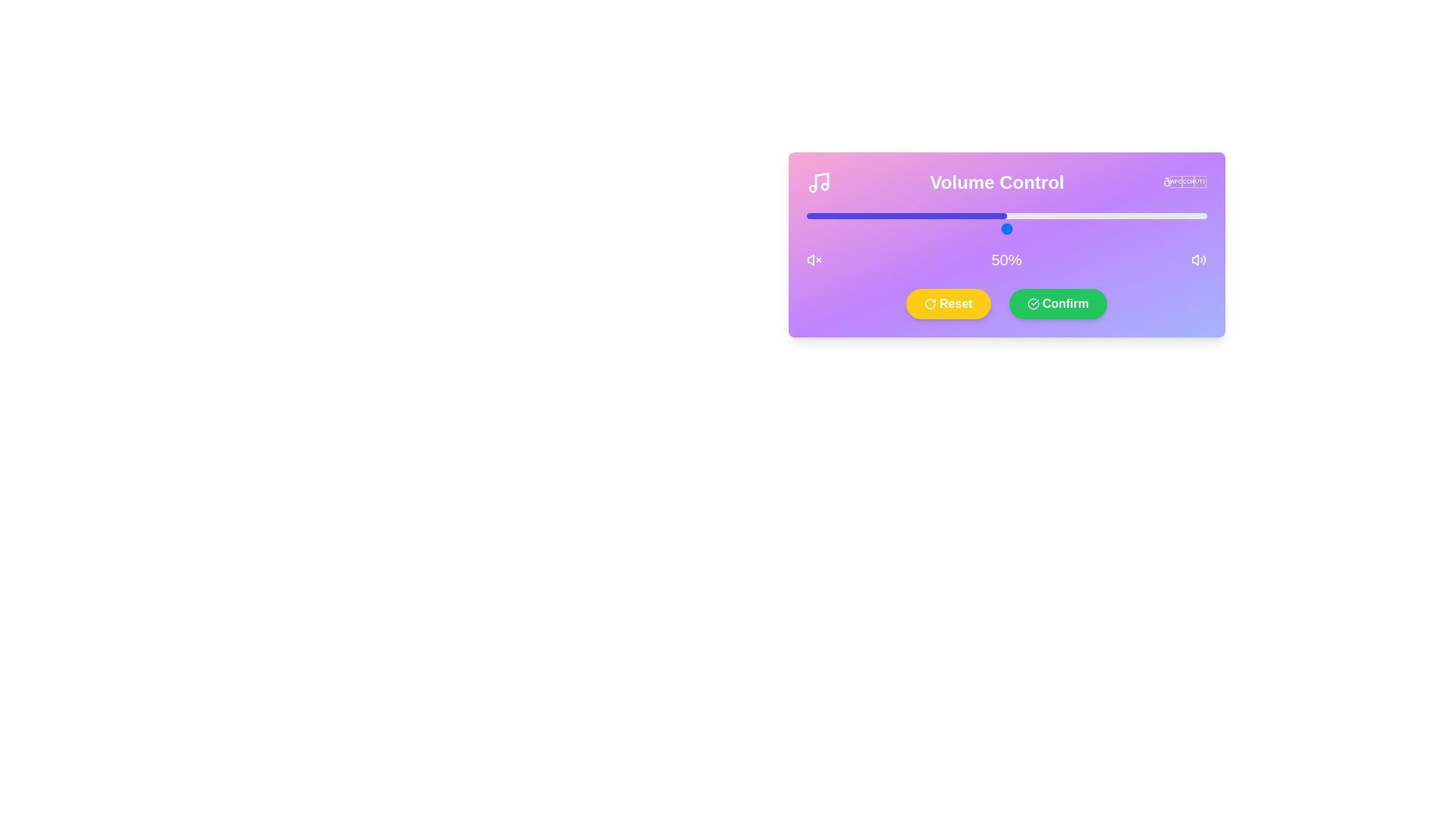 The image size is (1456, 819). I want to click on the circular part of the checkmark icon, which is a minimalistic SVG graphic located to the right of the 'Confirm' button, so click(1032, 304).